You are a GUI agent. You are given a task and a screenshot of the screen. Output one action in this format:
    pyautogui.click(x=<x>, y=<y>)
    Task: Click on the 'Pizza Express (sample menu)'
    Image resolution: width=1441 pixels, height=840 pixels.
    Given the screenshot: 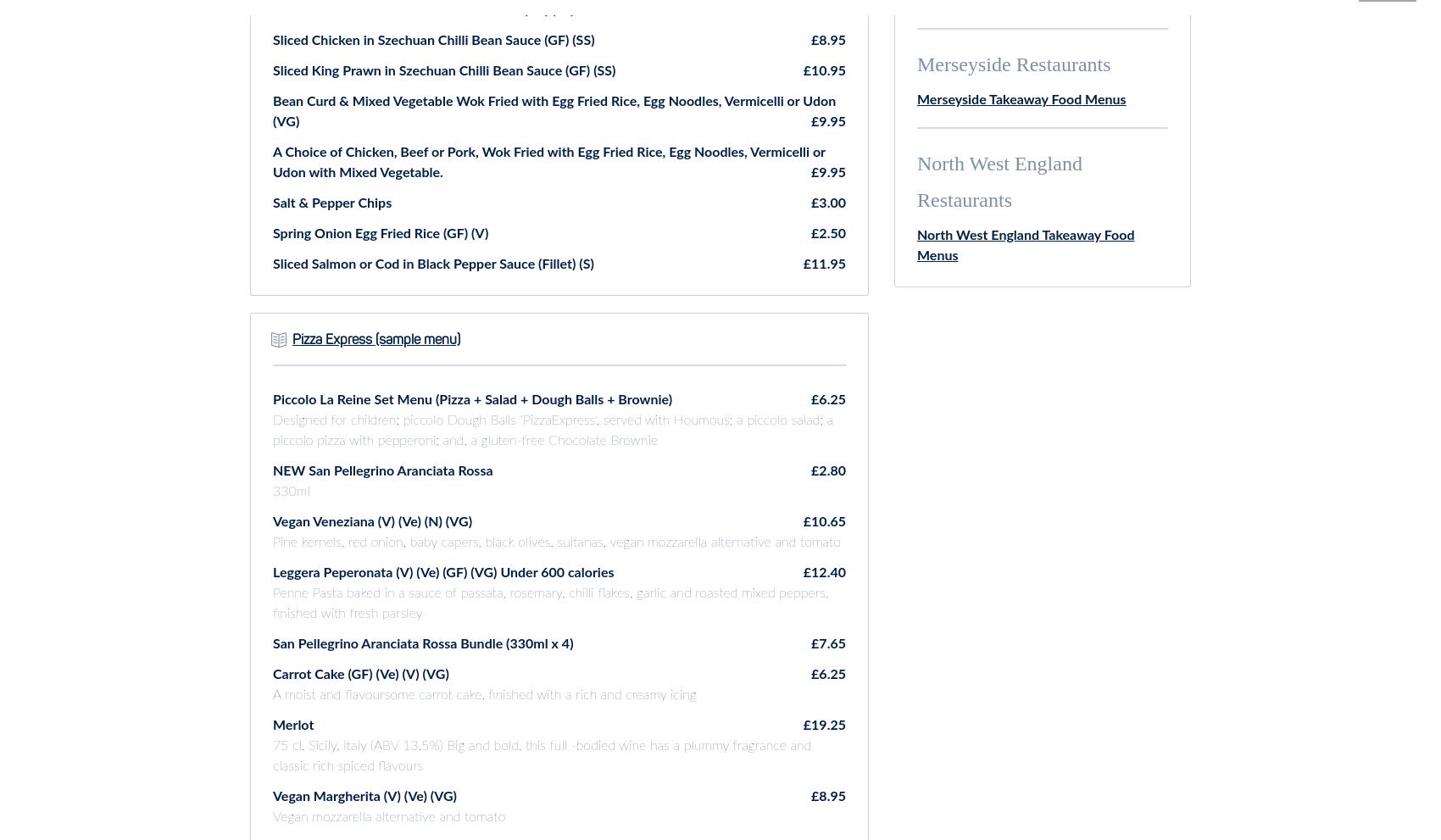 What is the action you would take?
    pyautogui.click(x=376, y=338)
    